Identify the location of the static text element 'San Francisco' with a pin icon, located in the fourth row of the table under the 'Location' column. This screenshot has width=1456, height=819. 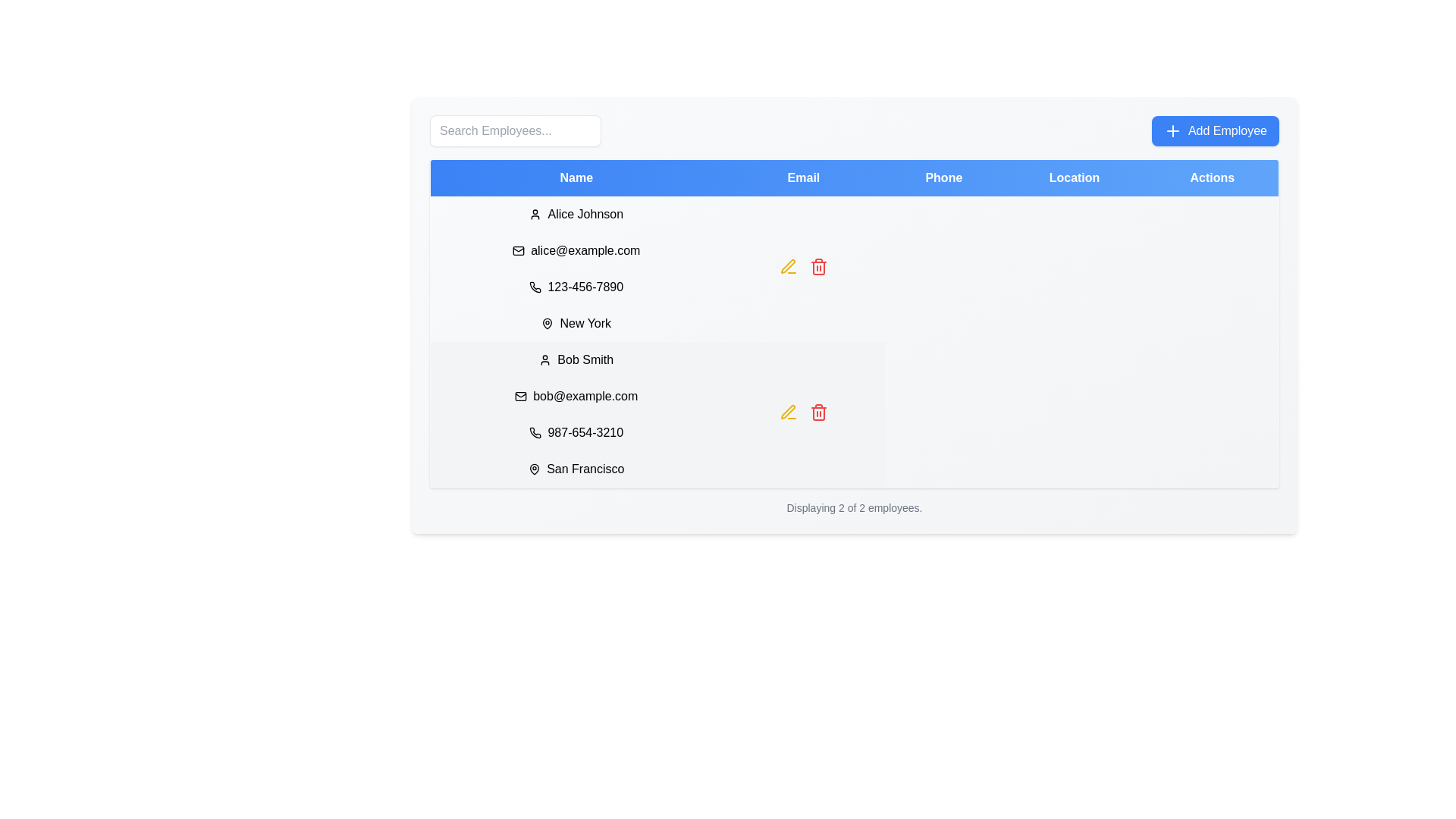
(576, 468).